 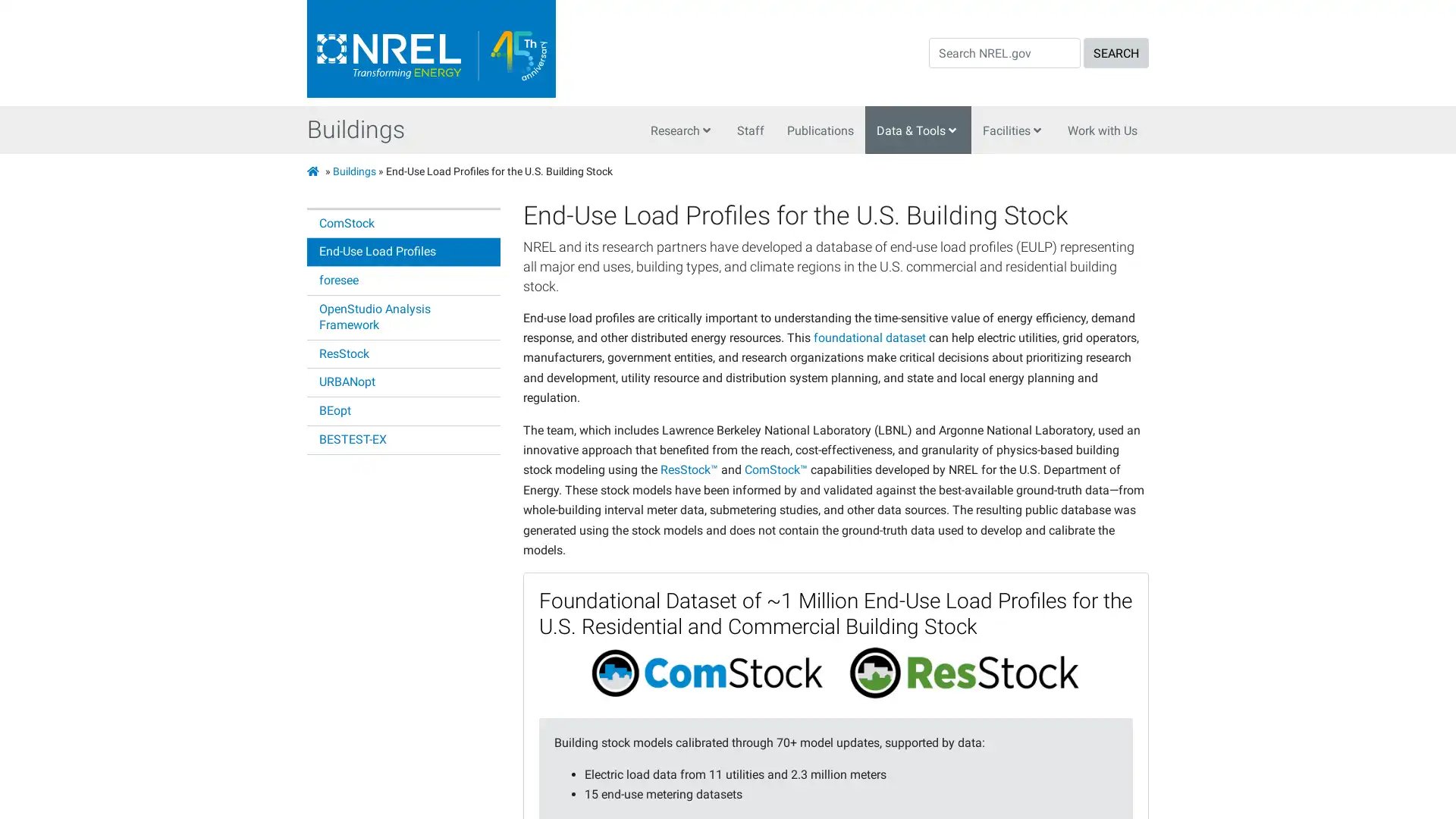 What do you see at coordinates (1116, 52) in the screenshot?
I see `SEARCH` at bounding box center [1116, 52].